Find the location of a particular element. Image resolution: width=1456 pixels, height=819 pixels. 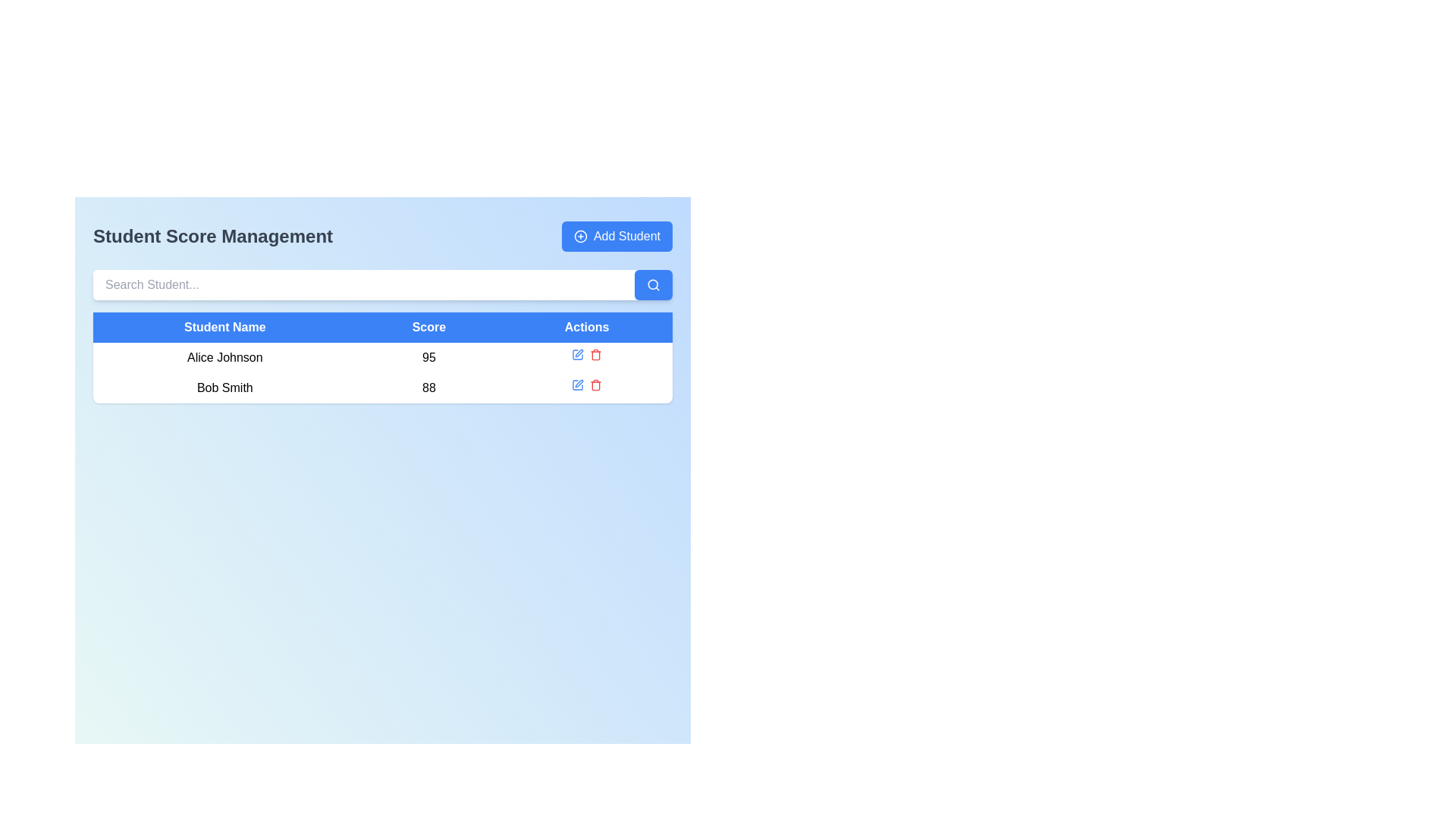

the bold textual heading 'Student Score Management' which is prominently displayed at the top-left of the interface is located at coordinates (212, 237).